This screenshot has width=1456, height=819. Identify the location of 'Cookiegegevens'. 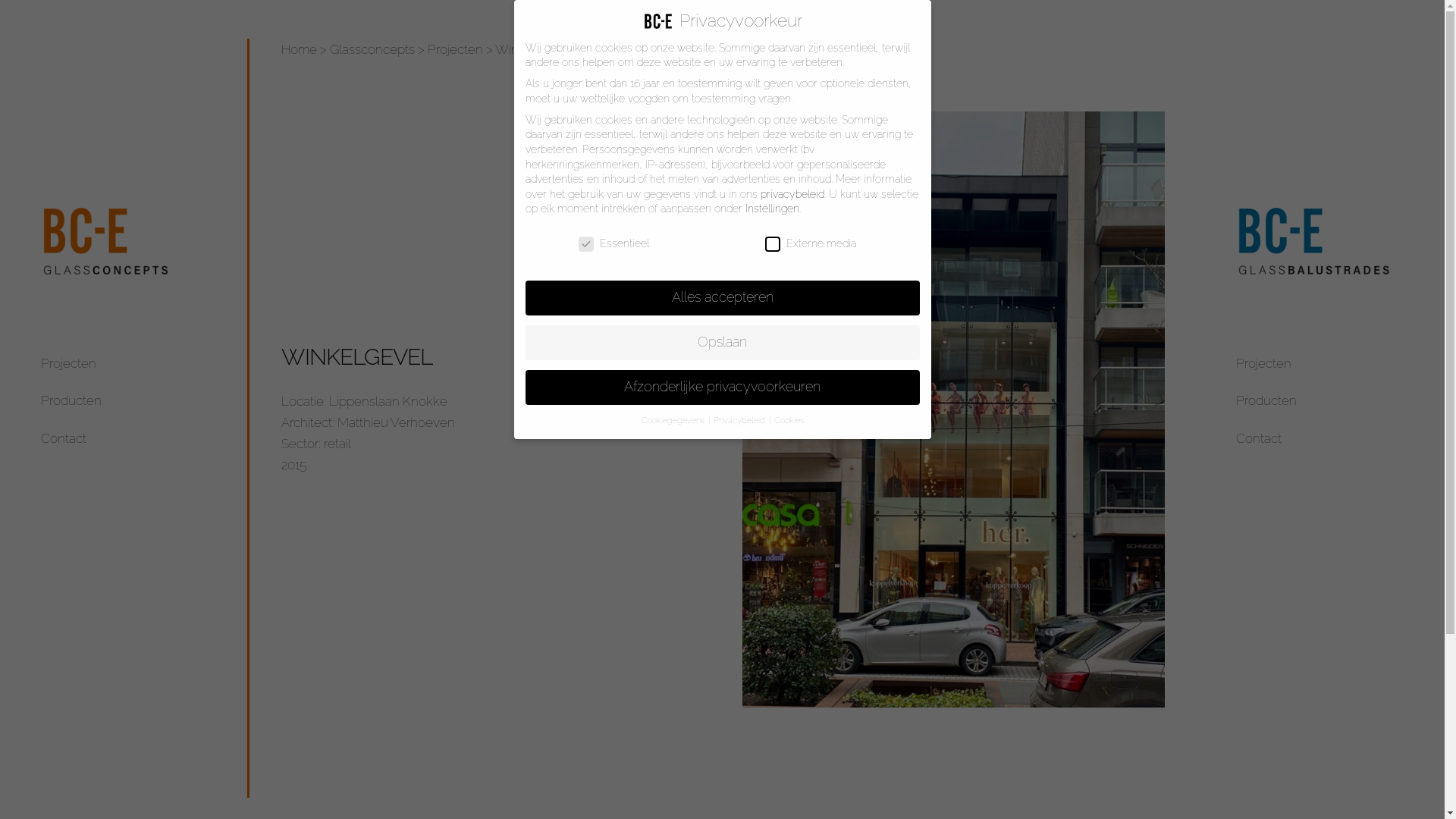
(673, 420).